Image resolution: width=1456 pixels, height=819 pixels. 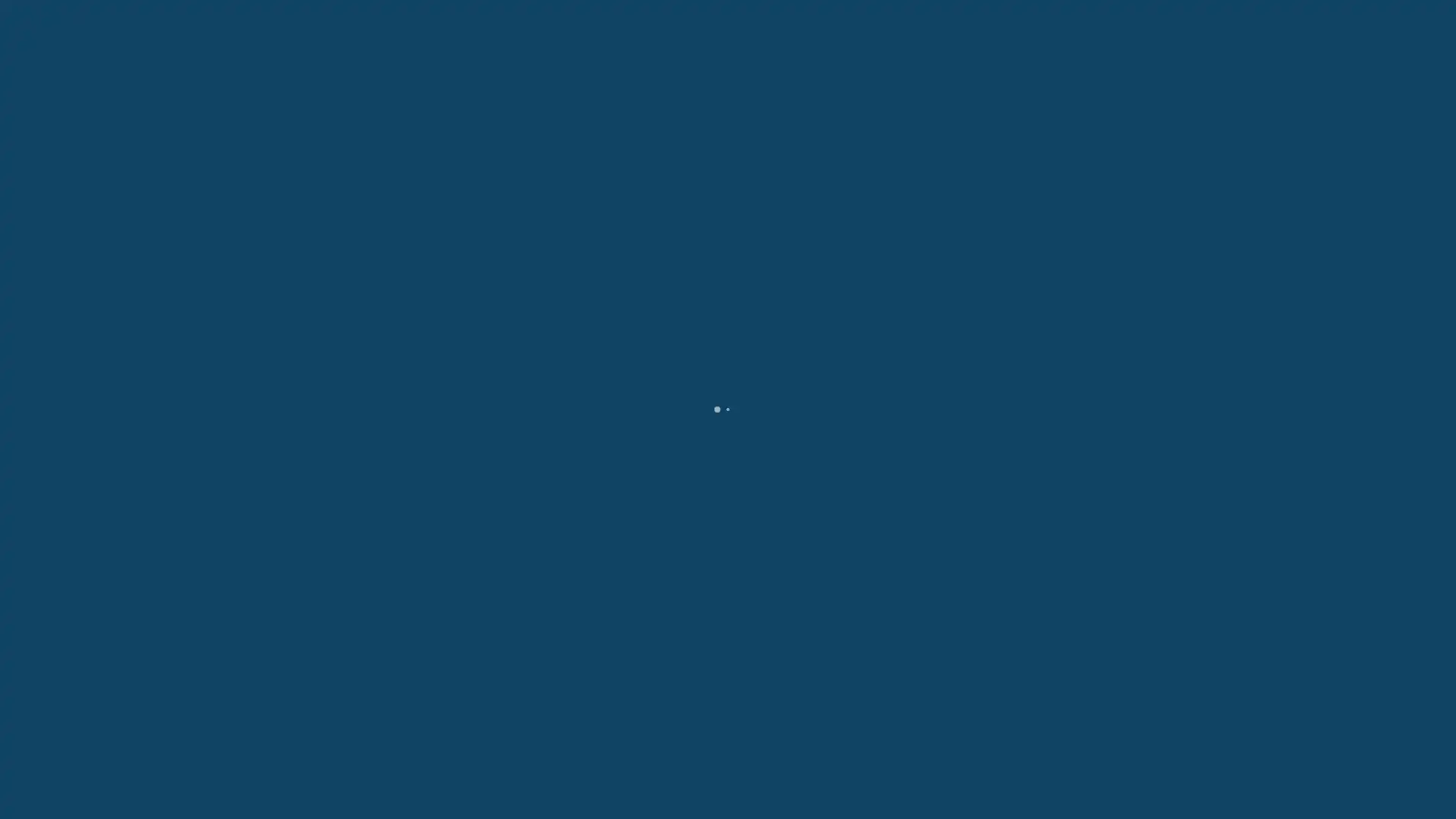 What do you see at coordinates (728, 472) in the screenshot?
I see `Forgot your password?` at bounding box center [728, 472].